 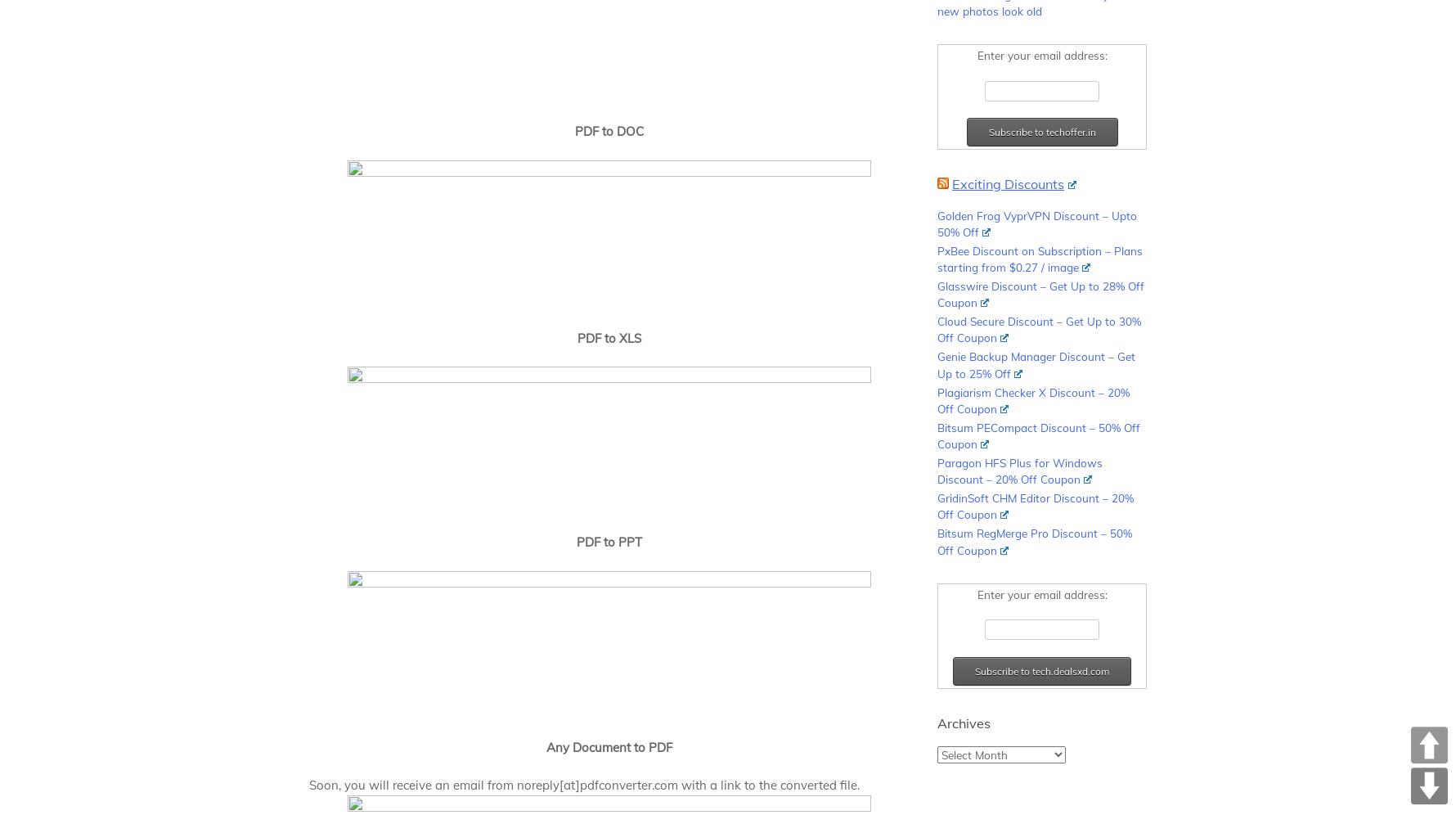 I want to click on 'Any Document to PDF', so click(x=609, y=745).